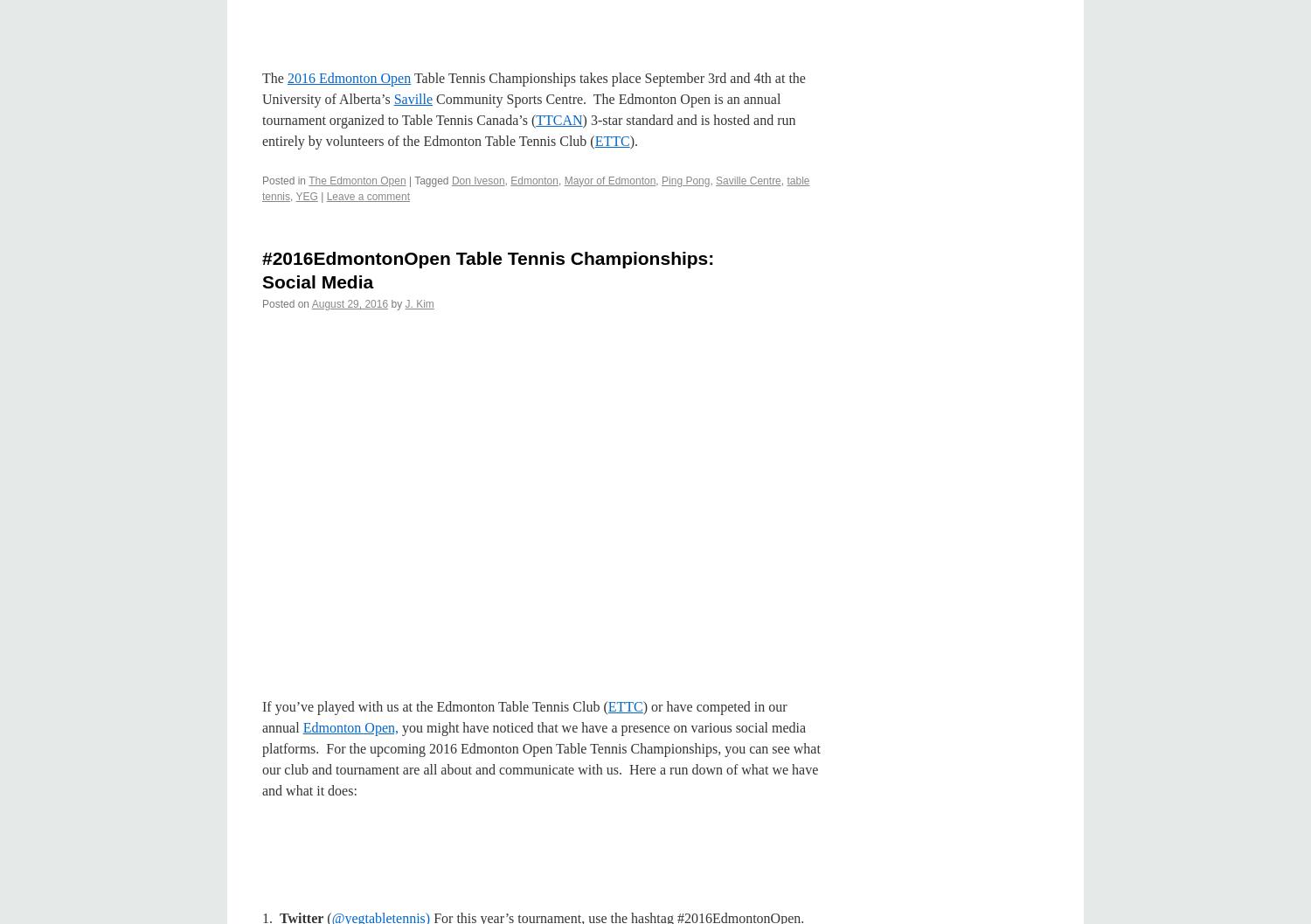 The height and width of the screenshot is (924, 1311). I want to click on 'Tagged', so click(430, 180).